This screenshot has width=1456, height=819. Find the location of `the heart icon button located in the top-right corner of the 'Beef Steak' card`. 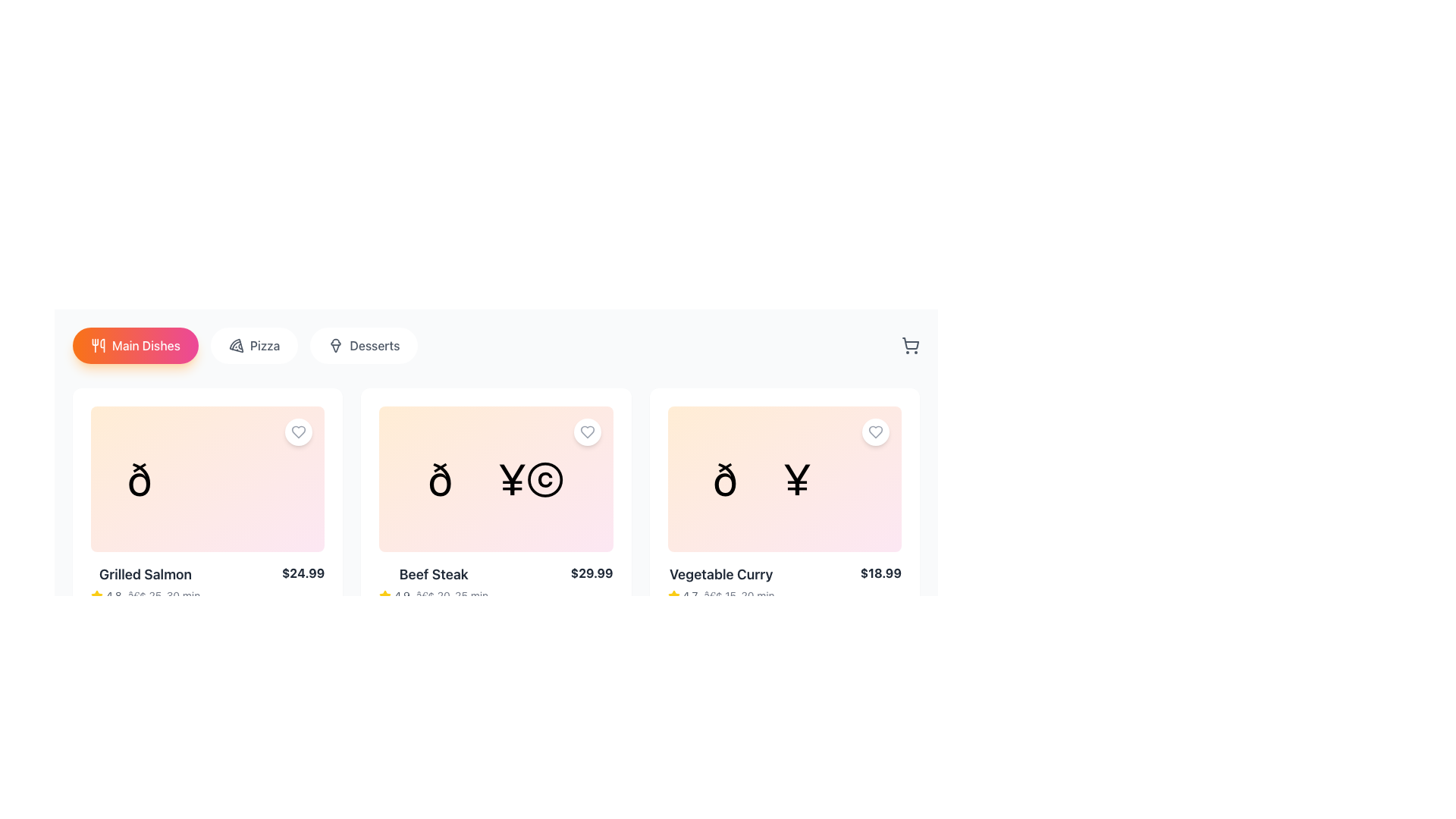

the heart icon button located in the top-right corner of the 'Beef Steak' card is located at coordinates (586, 432).